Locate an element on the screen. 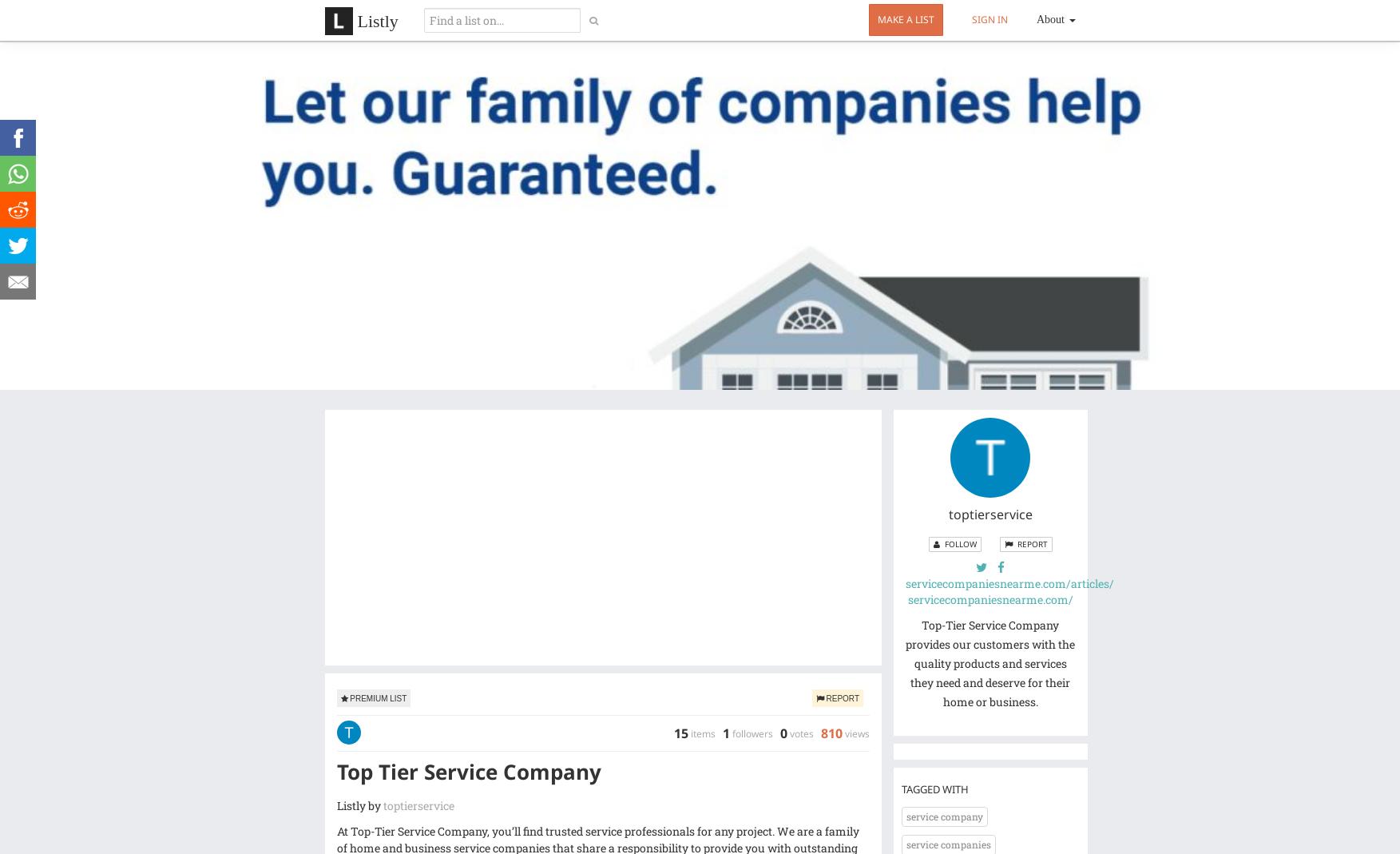 Image resolution: width=1400 pixels, height=854 pixels. 'service companies' is located at coordinates (906, 844).